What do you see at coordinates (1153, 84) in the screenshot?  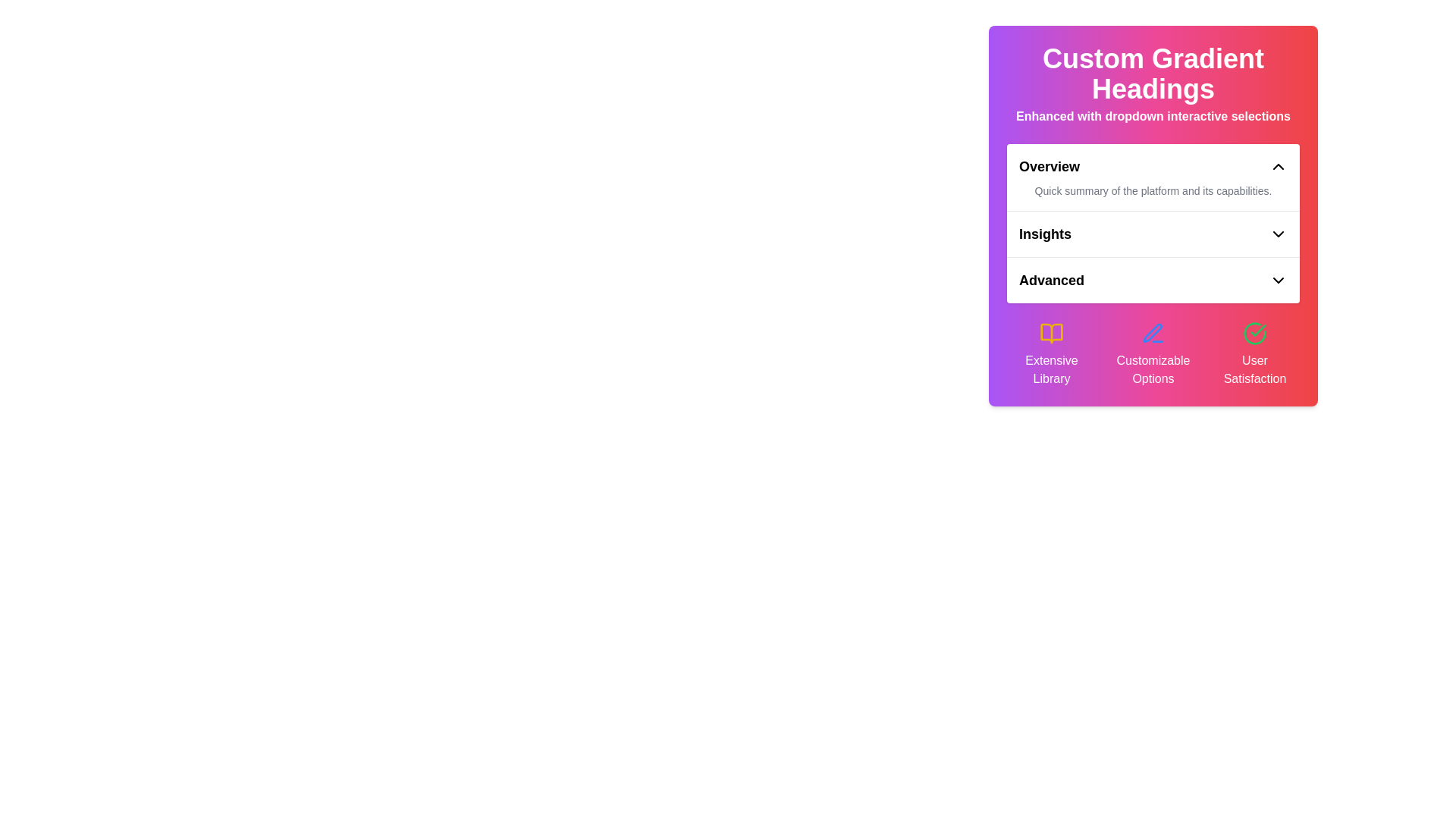 I see `the text block titled 'Custom Gradient Headings' with subtitle 'Enhanced with dropdown interactive selections', located at the top of the card with a gradient background` at bounding box center [1153, 84].